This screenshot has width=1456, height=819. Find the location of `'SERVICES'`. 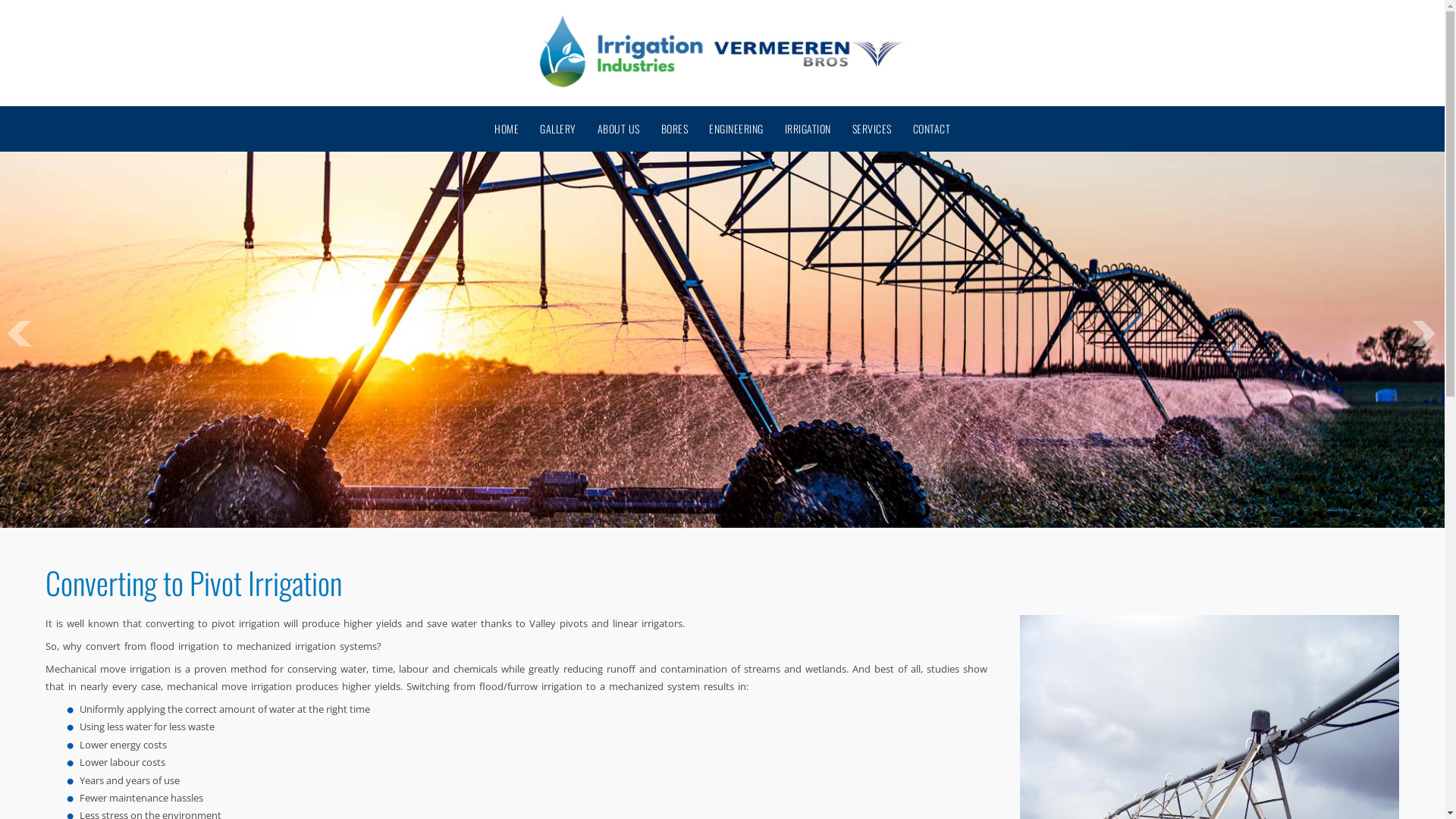

'SERVICES' is located at coordinates (872, 127).